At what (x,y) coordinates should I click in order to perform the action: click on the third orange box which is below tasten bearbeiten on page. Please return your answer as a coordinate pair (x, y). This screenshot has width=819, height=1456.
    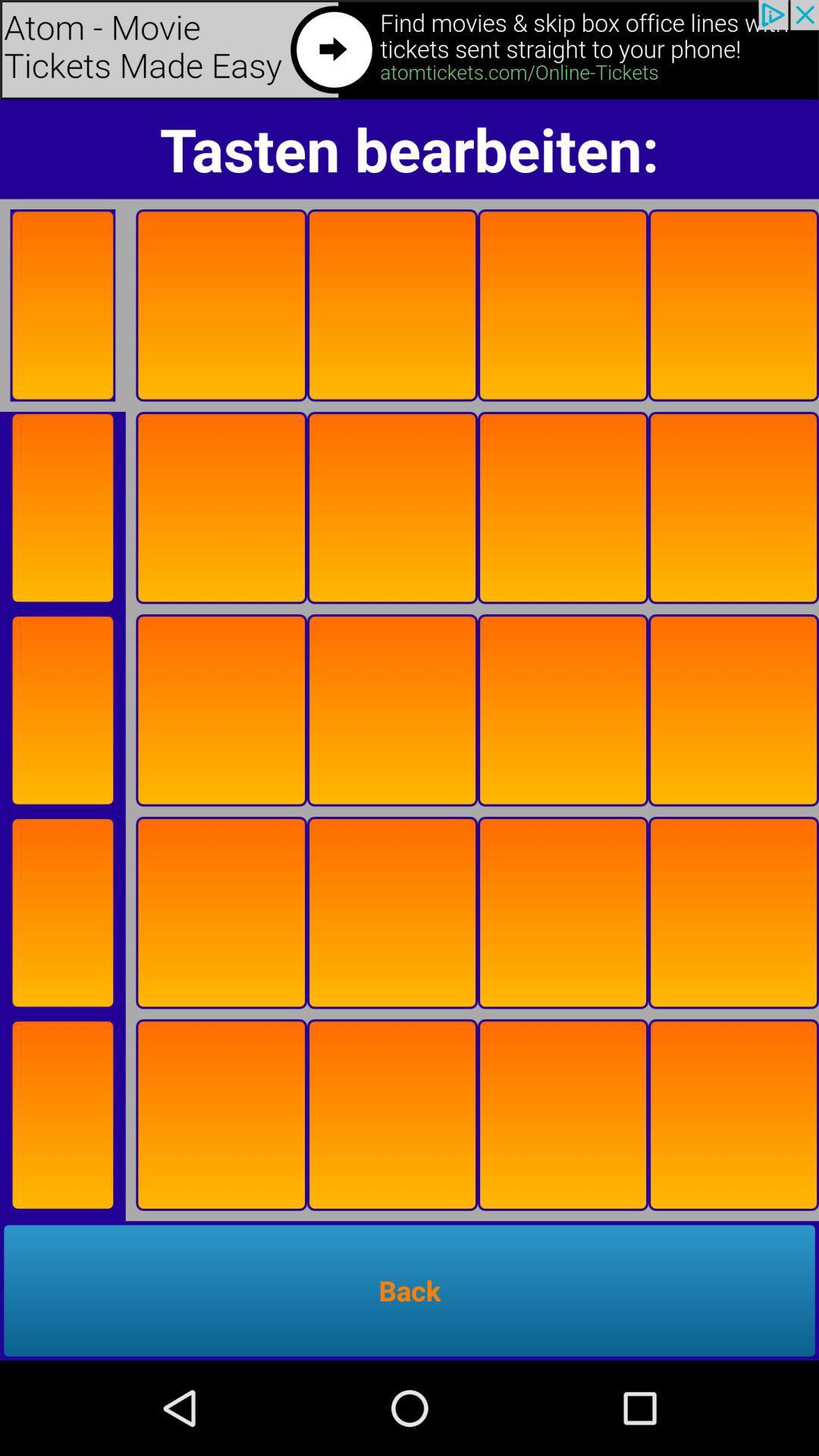
    Looking at the image, I should click on (391, 305).